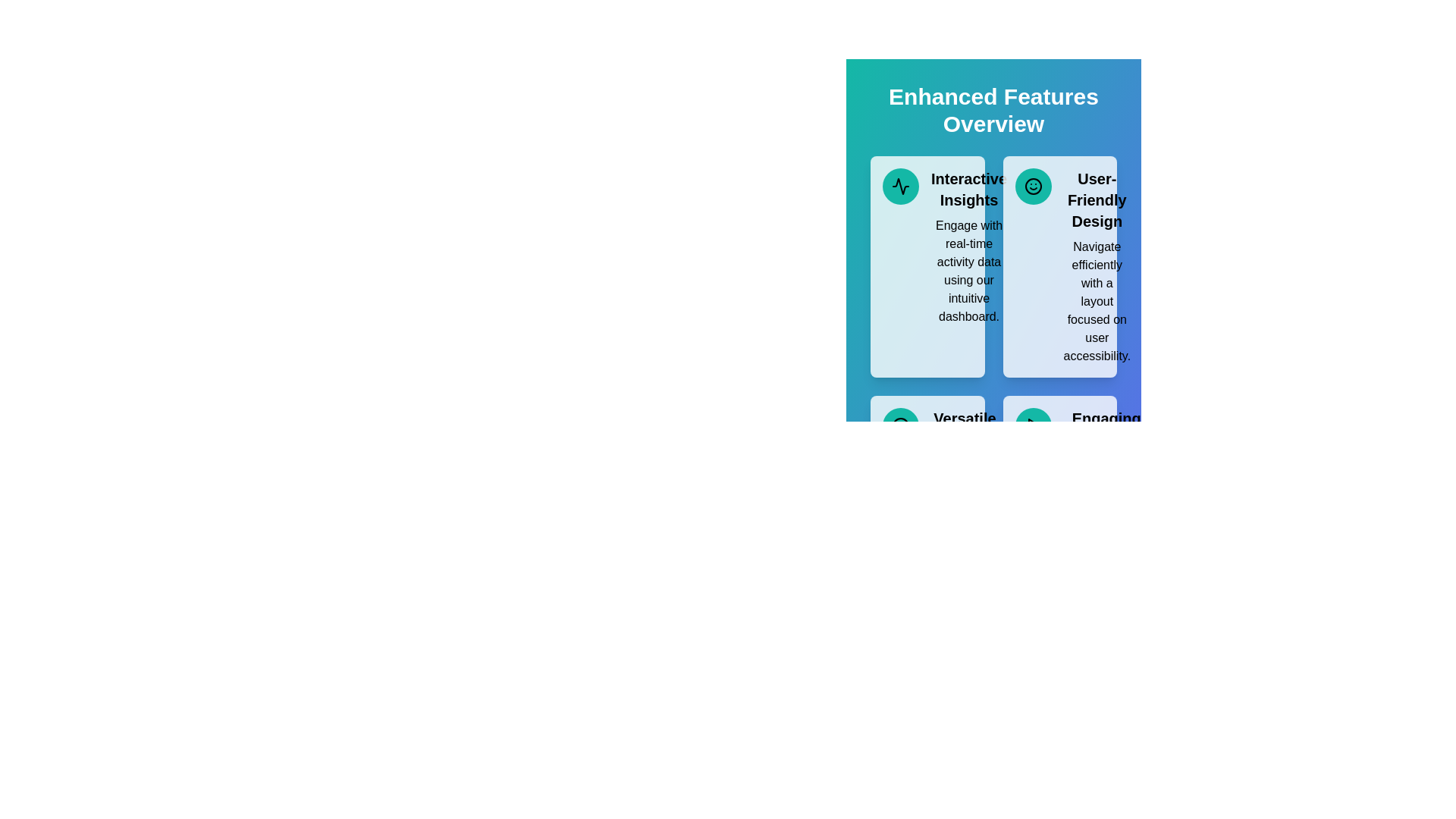 The height and width of the screenshot is (819, 1456). What do you see at coordinates (1032, 186) in the screenshot?
I see `the SVG Smile Icon, which is a circular icon with a smiling face design, located within the teal circular button in the rightmost card under the 'Enhanced Features Overview' section` at bounding box center [1032, 186].